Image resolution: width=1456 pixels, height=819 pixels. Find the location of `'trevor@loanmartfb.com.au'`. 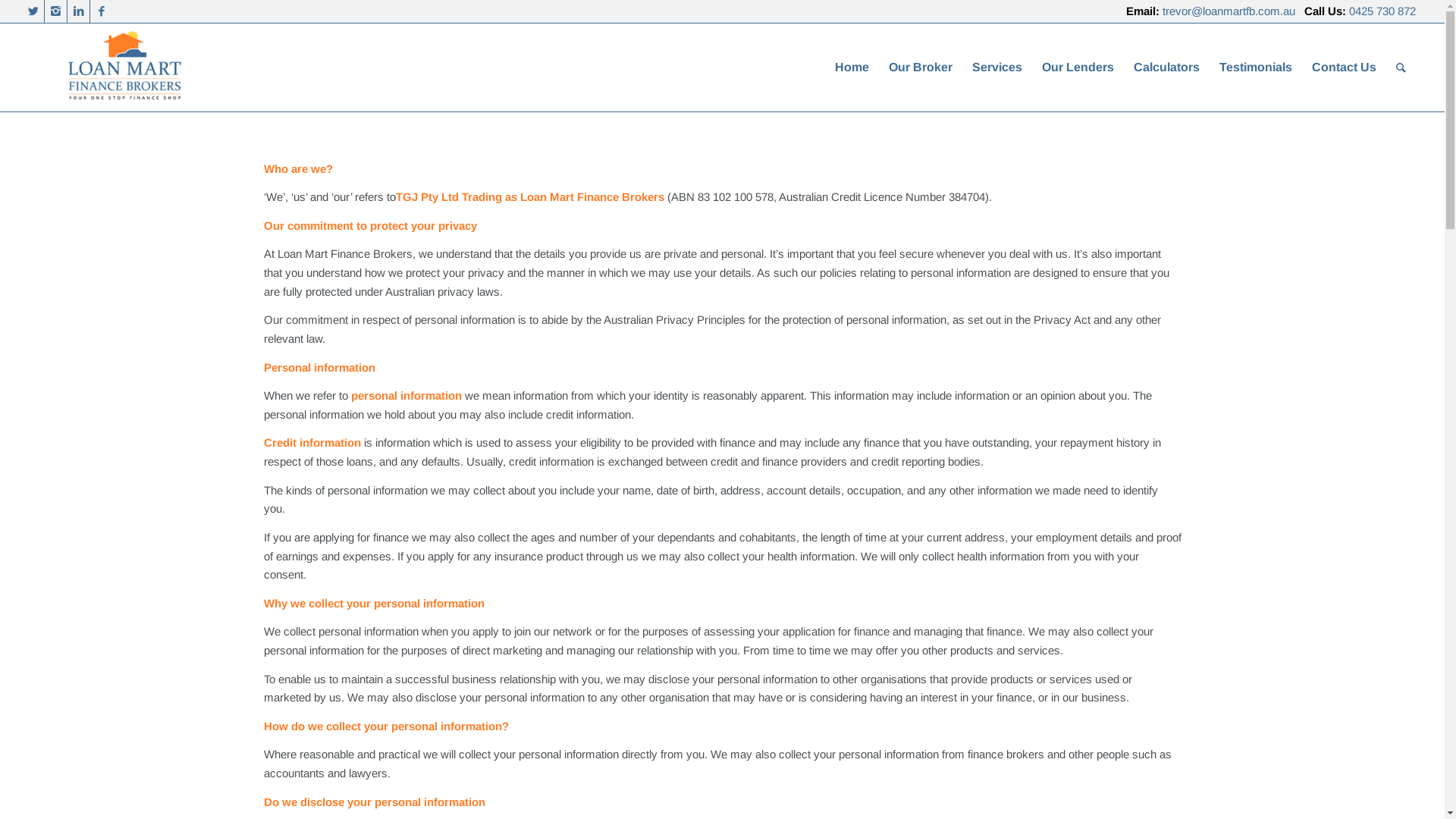

'trevor@loanmartfb.com.au' is located at coordinates (1228, 11).